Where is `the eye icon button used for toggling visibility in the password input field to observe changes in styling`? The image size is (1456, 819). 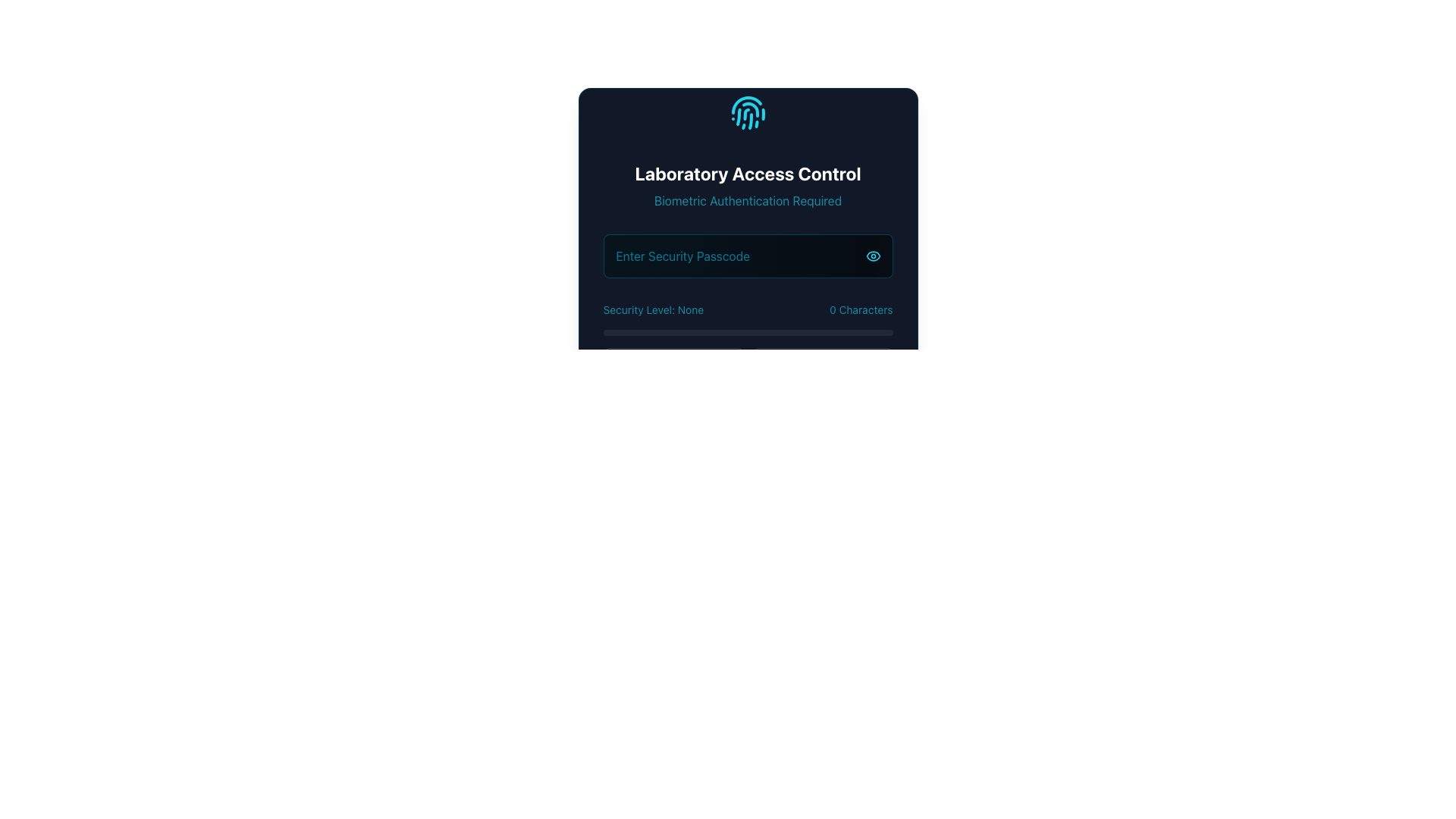
the eye icon button used for toggling visibility in the password input field to observe changes in styling is located at coordinates (873, 256).